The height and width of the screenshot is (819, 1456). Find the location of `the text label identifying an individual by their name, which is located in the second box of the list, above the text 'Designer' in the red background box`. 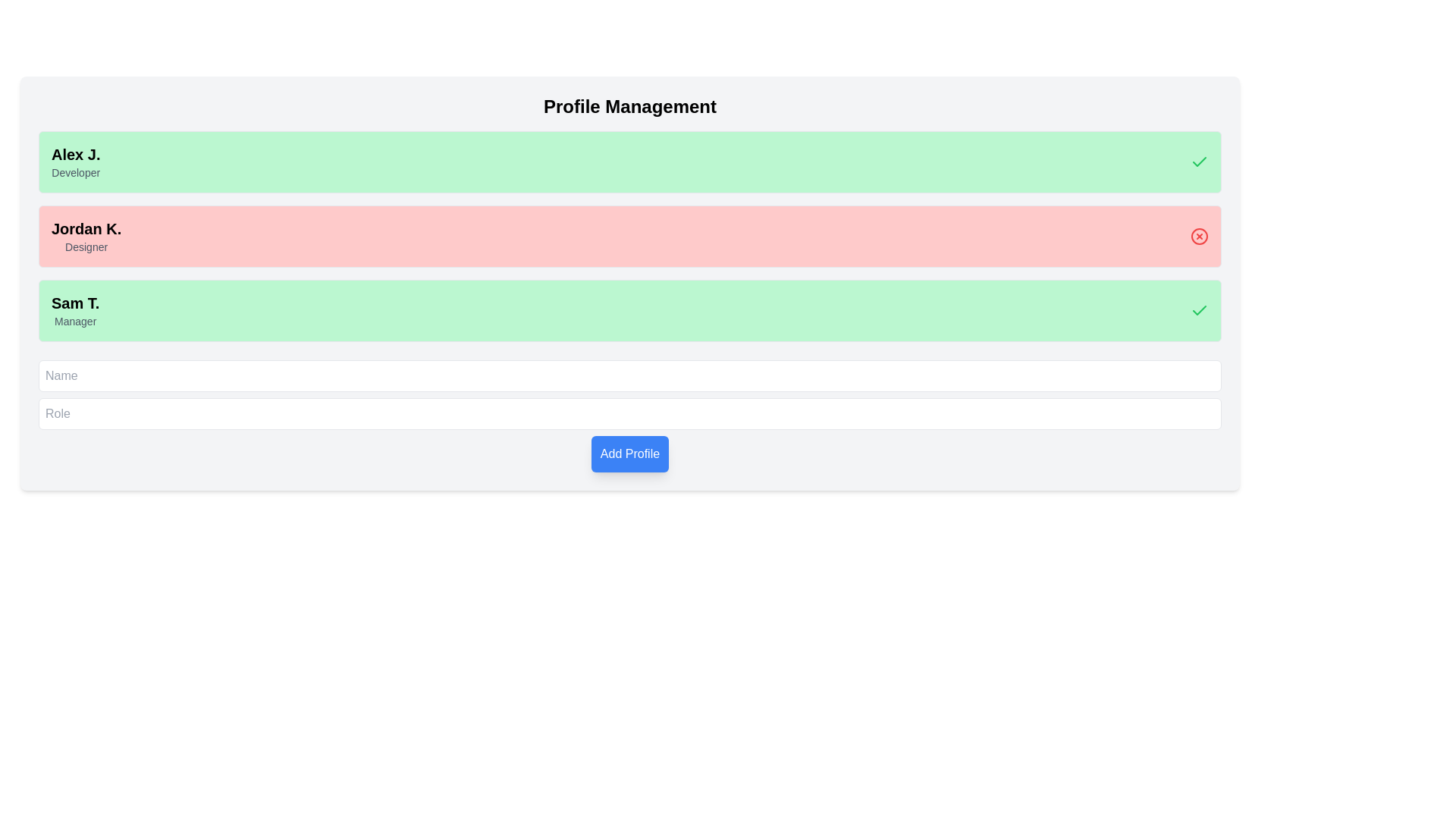

the text label identifying an individual by their name, which is located in the second box of the list, above the text 'Designer' in the red background box is located at coordinates (86, 228).